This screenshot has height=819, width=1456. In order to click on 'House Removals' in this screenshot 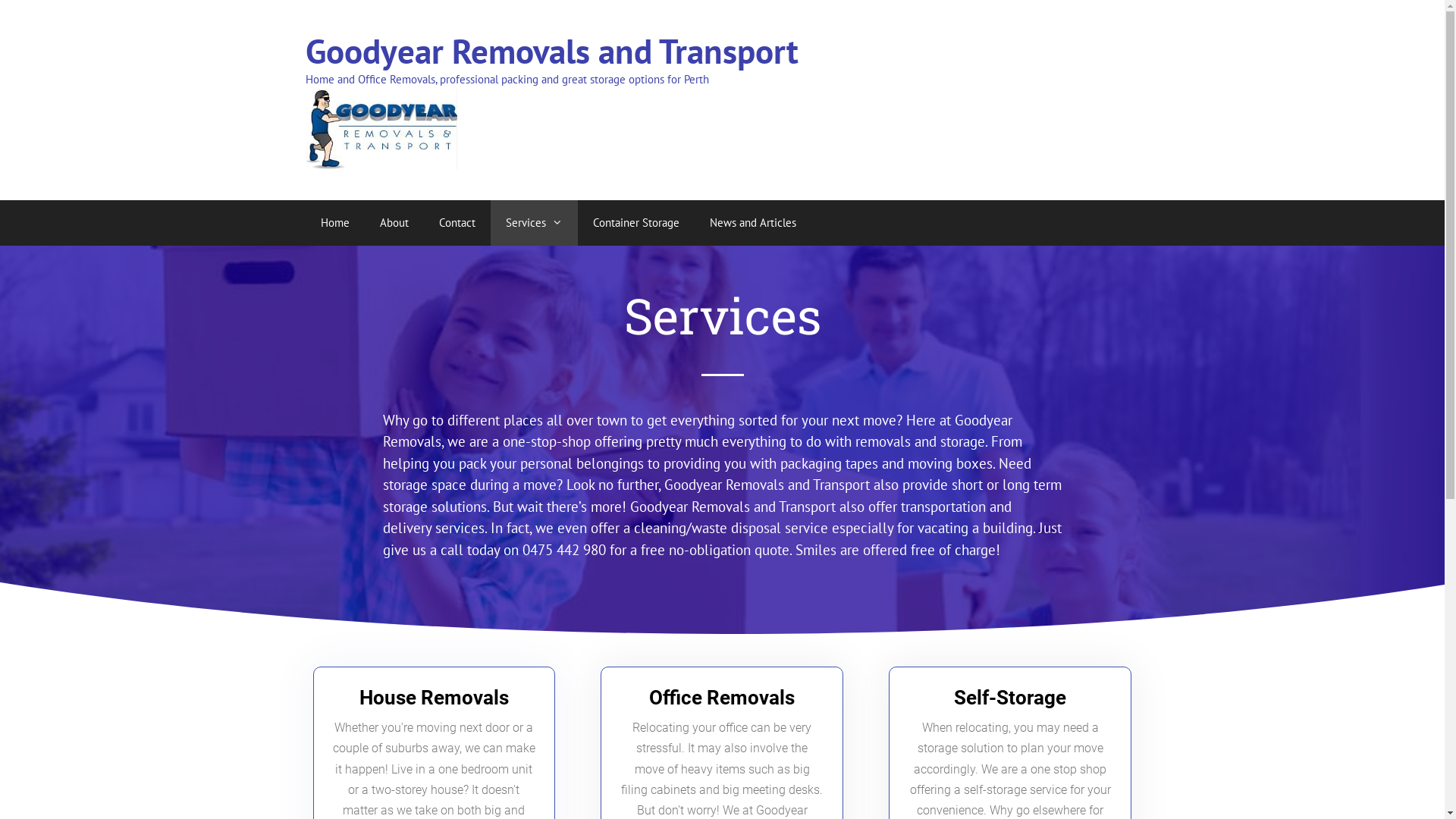, I will do `click(433, 698)`.